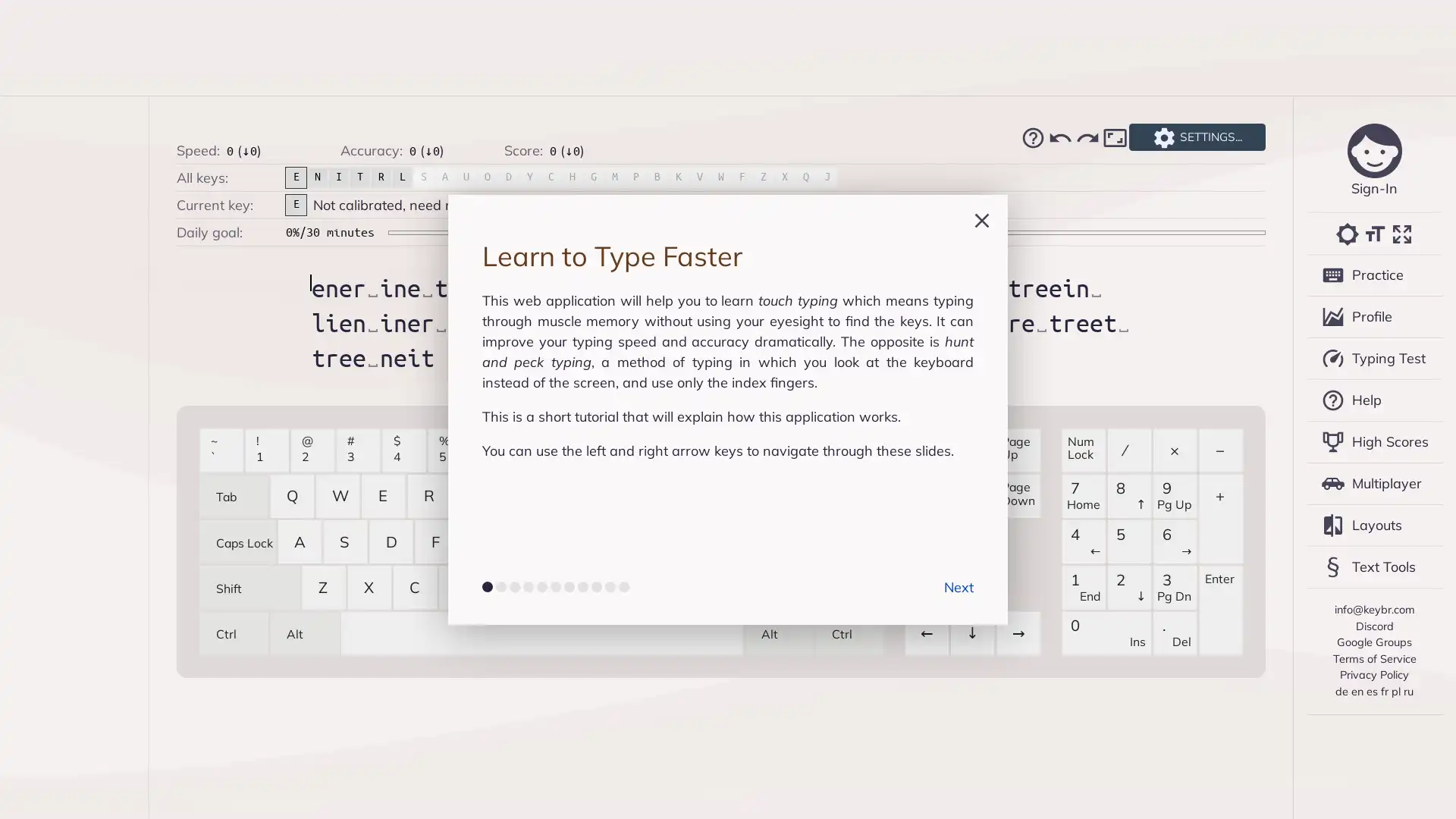 The height and width of the screenshot is (819, 1456). I want to click on SETTINGS..., so click(1196, 137).